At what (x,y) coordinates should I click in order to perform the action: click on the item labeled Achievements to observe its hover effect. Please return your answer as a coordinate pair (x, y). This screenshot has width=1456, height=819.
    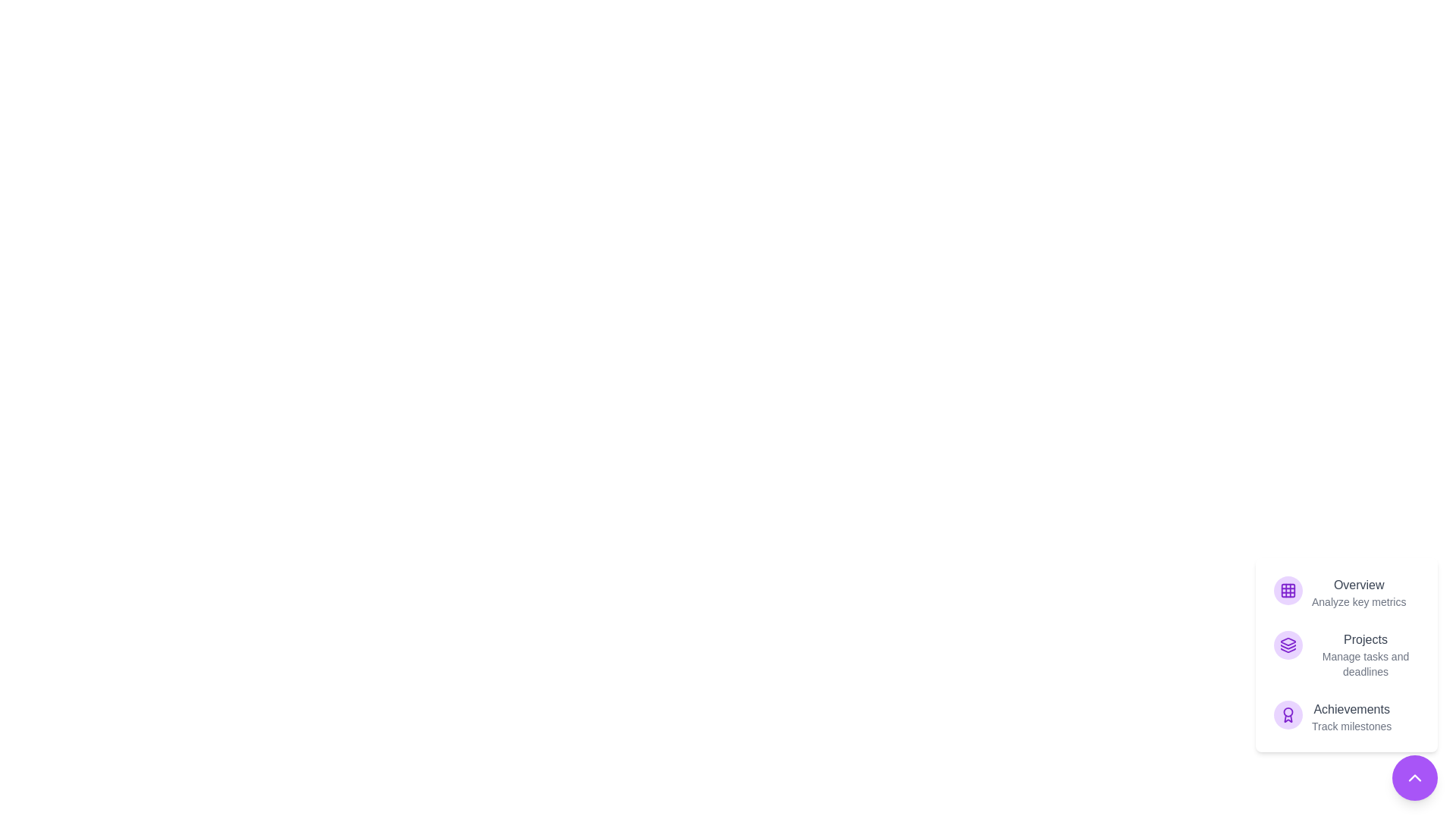
    Looking at the image, I should click on (1347, 717).